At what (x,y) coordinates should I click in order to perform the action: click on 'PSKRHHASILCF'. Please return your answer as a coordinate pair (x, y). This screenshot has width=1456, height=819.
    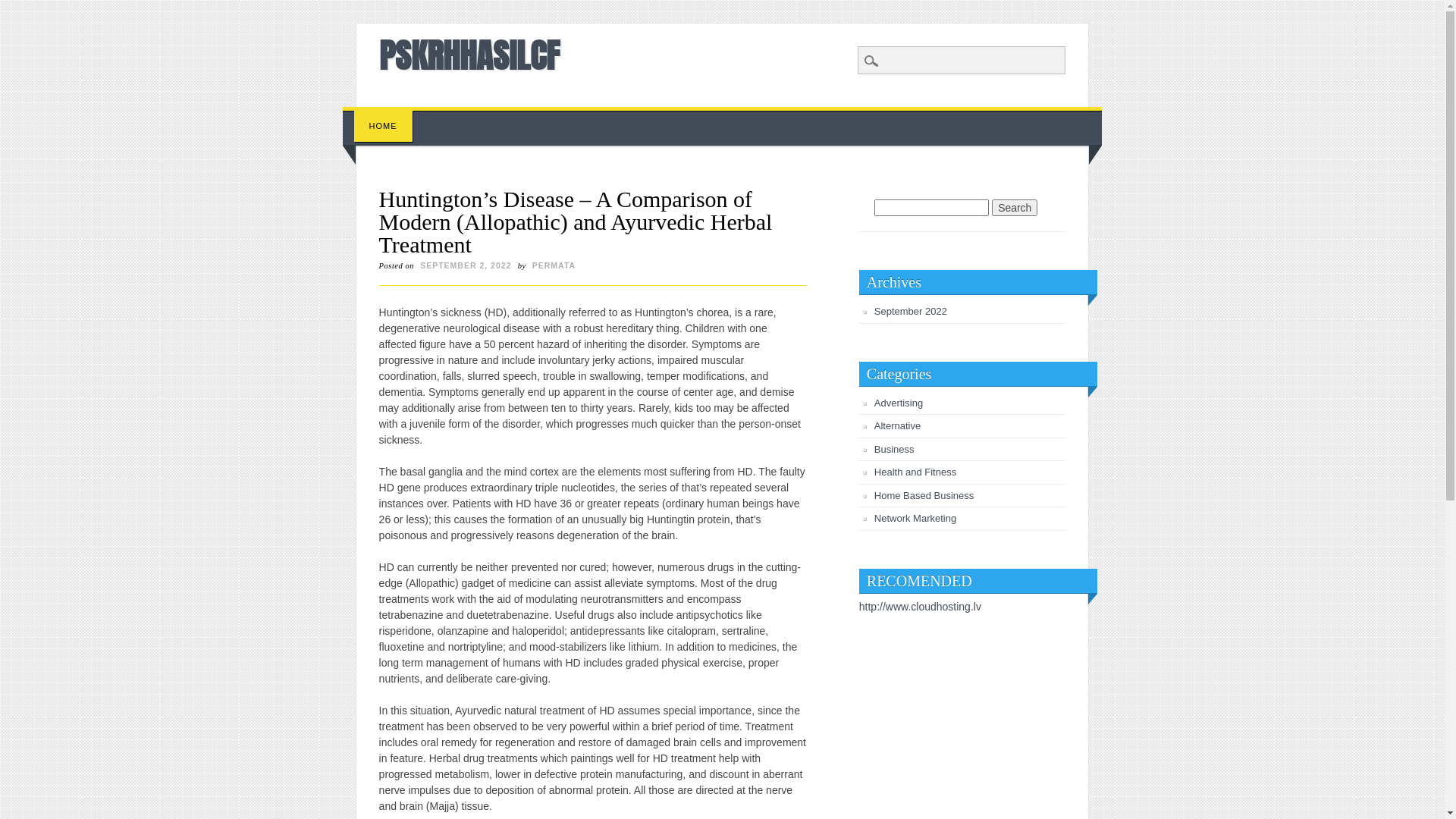
    Looking at the image, I should click on (378, 55).